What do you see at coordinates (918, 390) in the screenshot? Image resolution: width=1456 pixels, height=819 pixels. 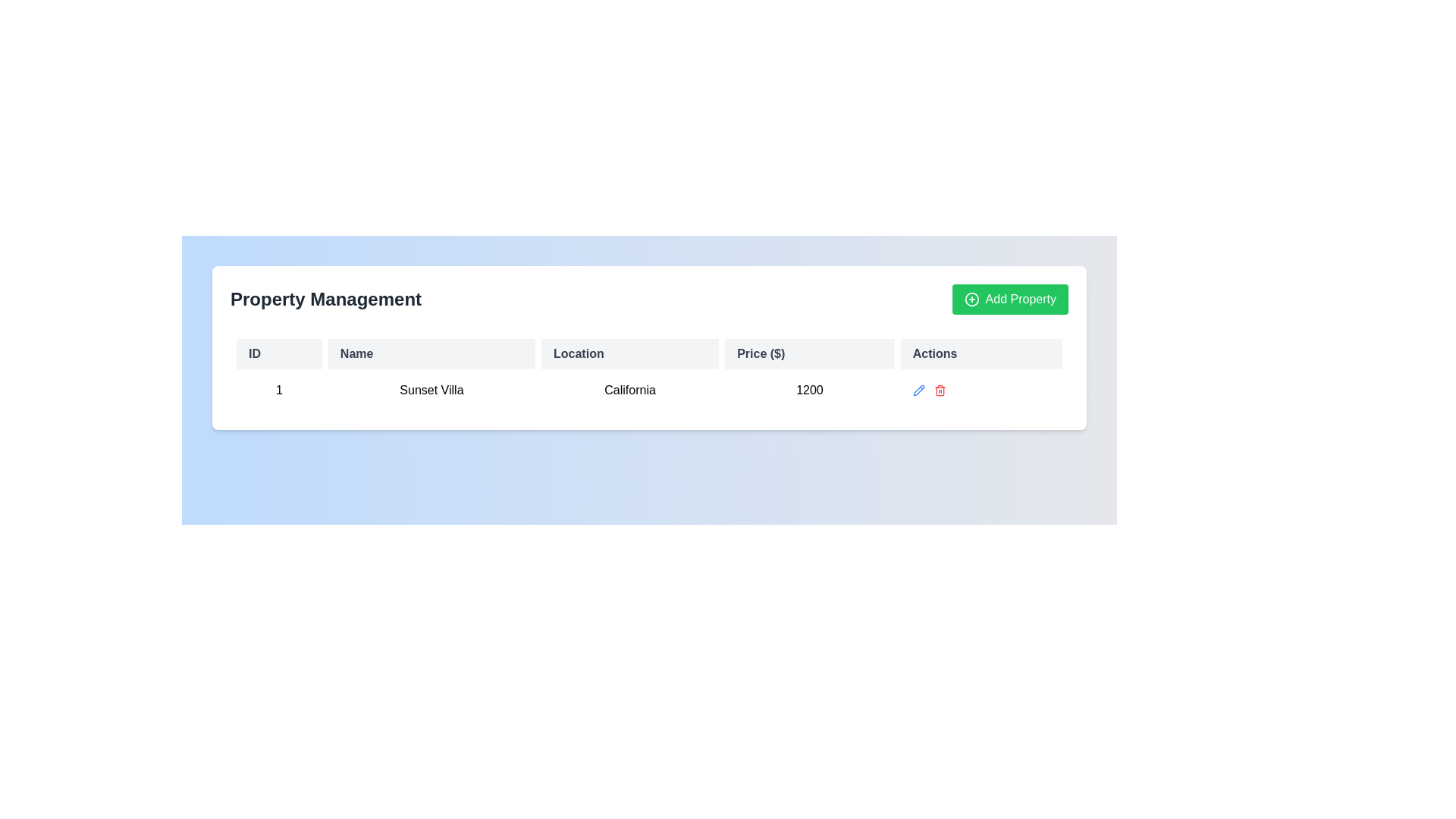 I see `the pencil icon located in the 'Actions' column of the data table for the 'Sunset Villa' property to initiate the edit action` at bounding box center [918, 390].